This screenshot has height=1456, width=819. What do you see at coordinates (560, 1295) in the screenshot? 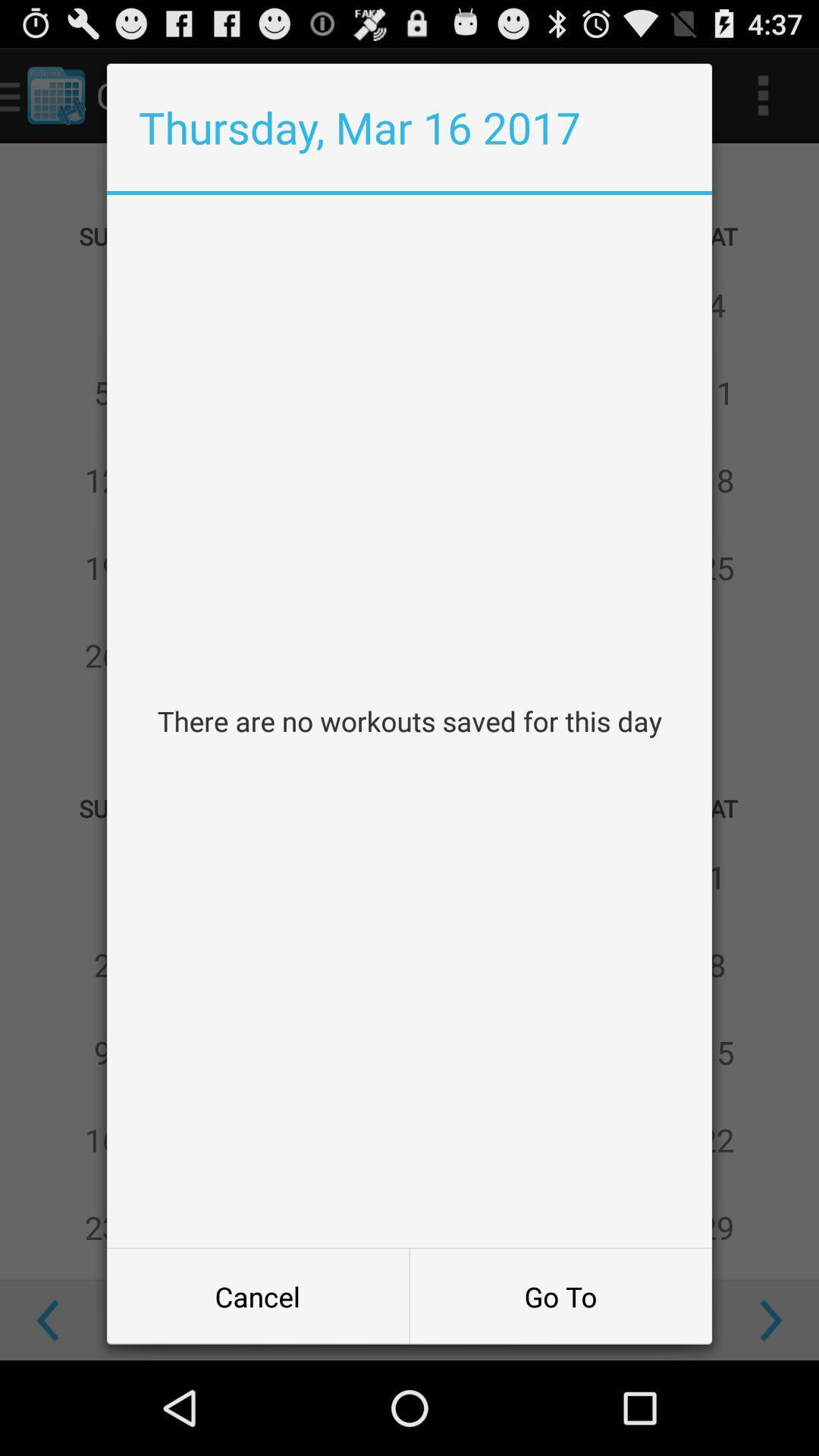
I see `app below the there are no item` at bounding box center [560, 1295].